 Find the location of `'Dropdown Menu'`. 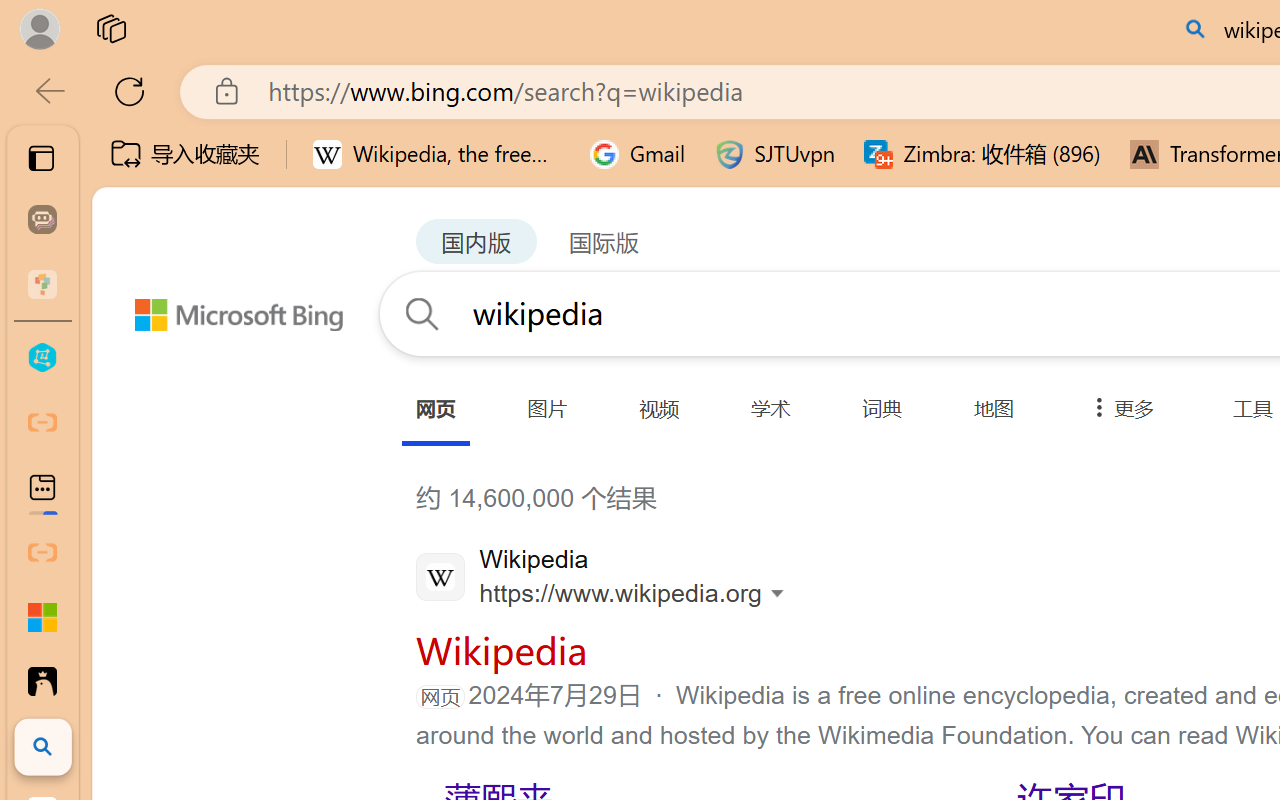

'Dropdown Menu' is located at coordinates (1117, 408).